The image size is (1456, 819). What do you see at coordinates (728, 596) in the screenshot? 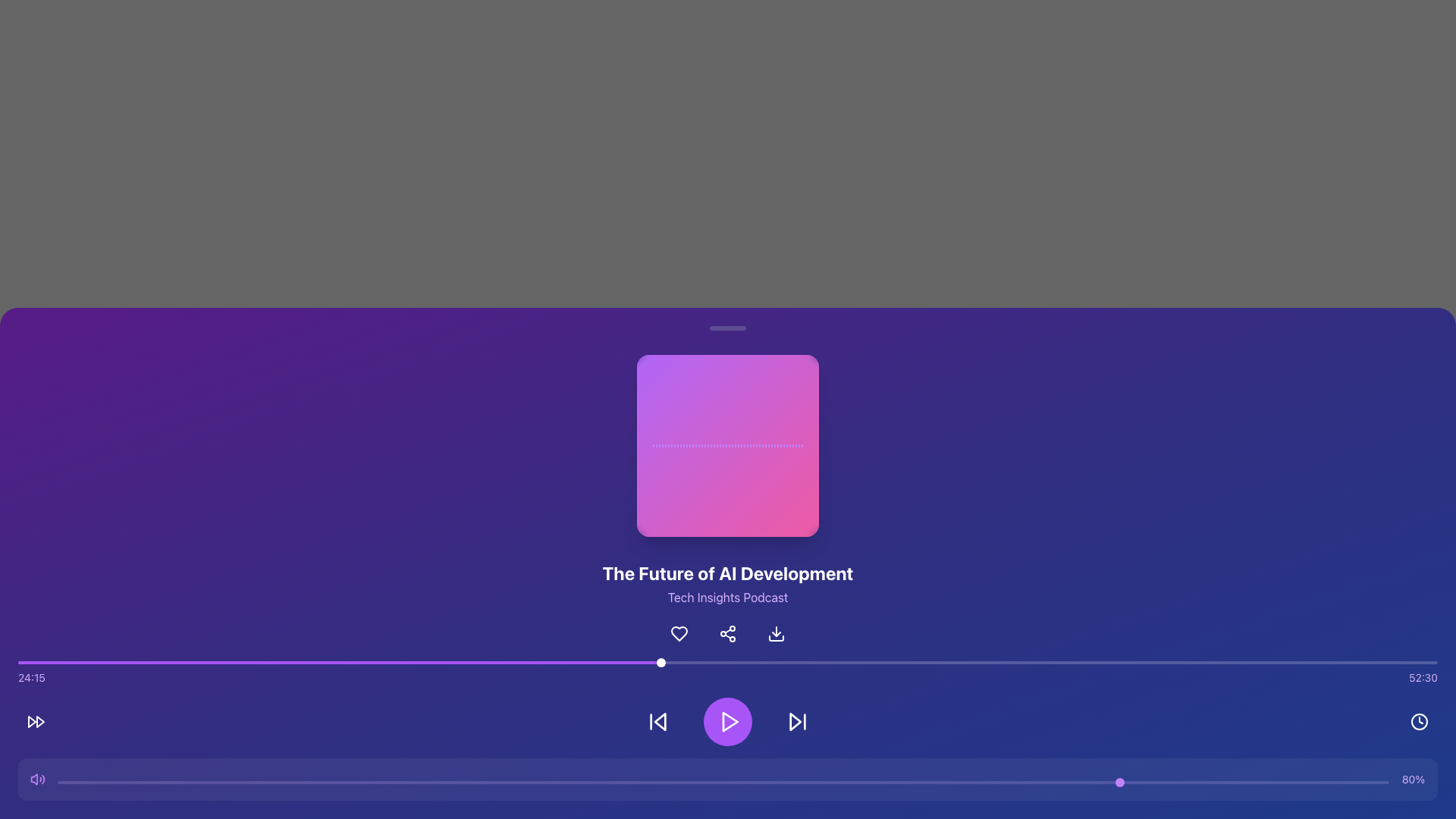
I see `informational label located beneath the main title 'The Future of AI Development', centered horizontally and positioned near the top of the second section from the bottom of the page` at bounding box center [728, 596].